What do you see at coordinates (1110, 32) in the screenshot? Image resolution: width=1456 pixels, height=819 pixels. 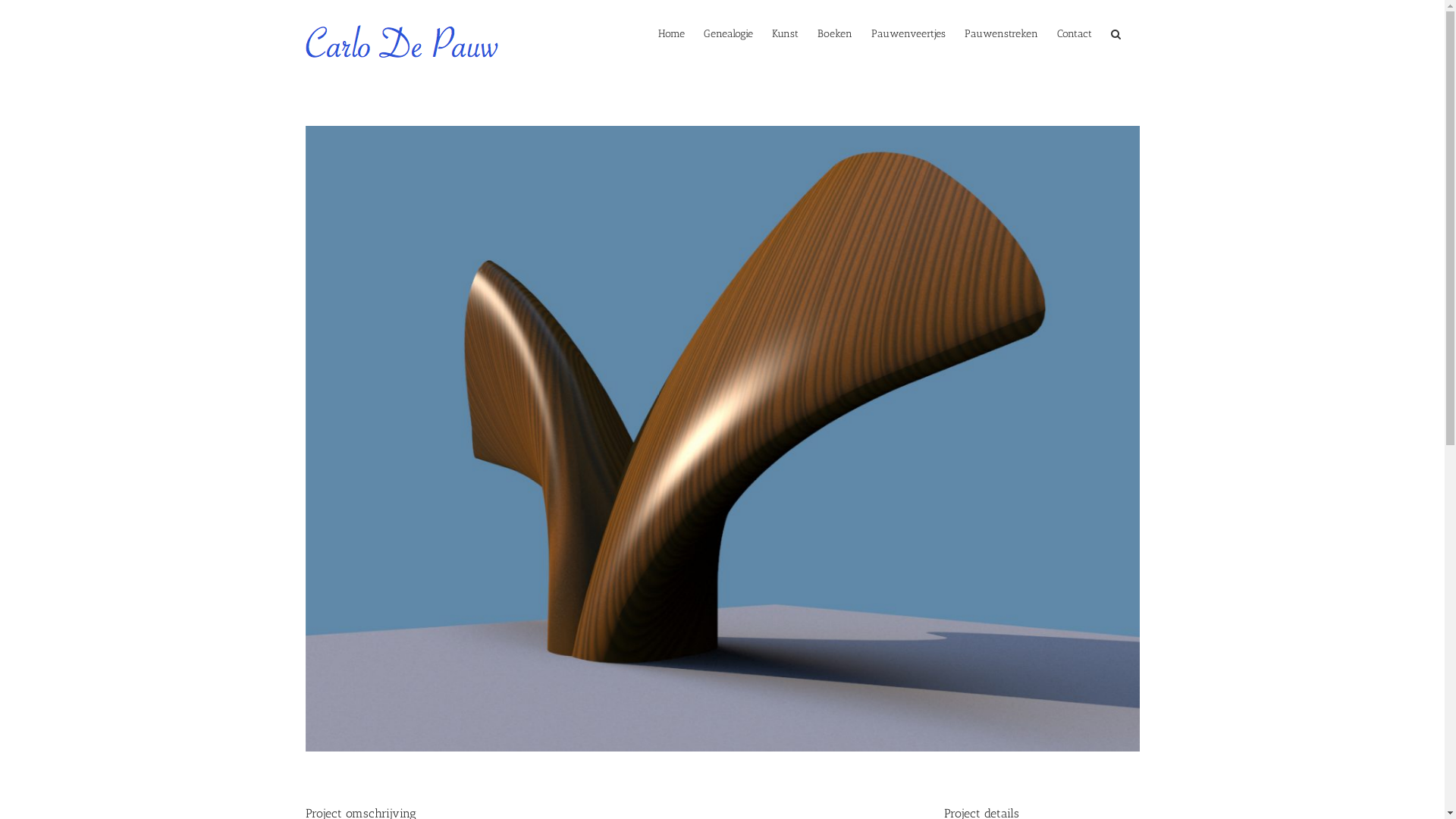 I see `'Zoeken'` at bounding box center [1110, 32].